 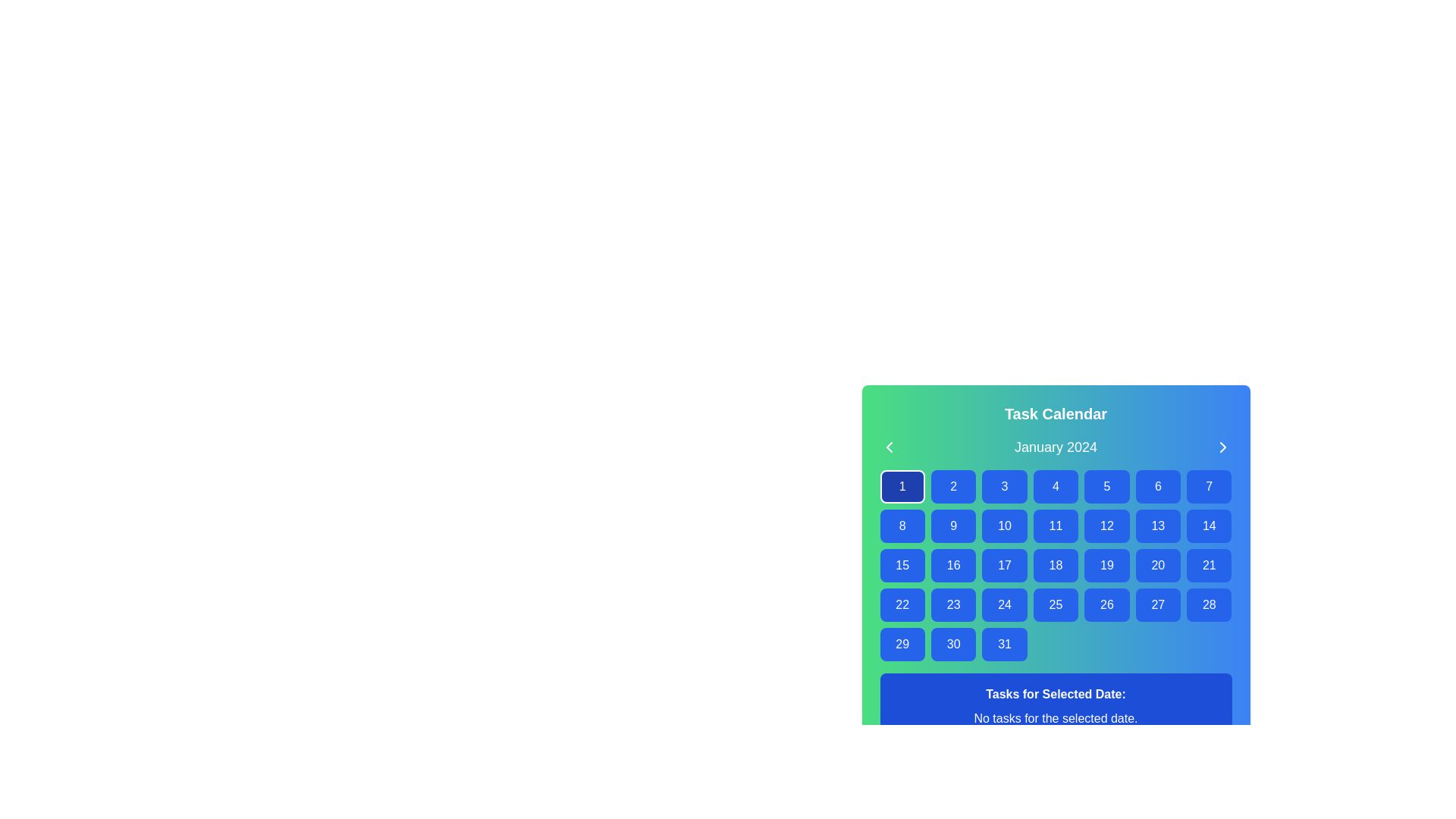 What do you see at coordinates (1055, 414) in the screenshot?
I see `the static text header labeled 'Task Calendar', which is prominently displayed at the top of the panel with a large, bold font` at bounding box center [1055, 414].